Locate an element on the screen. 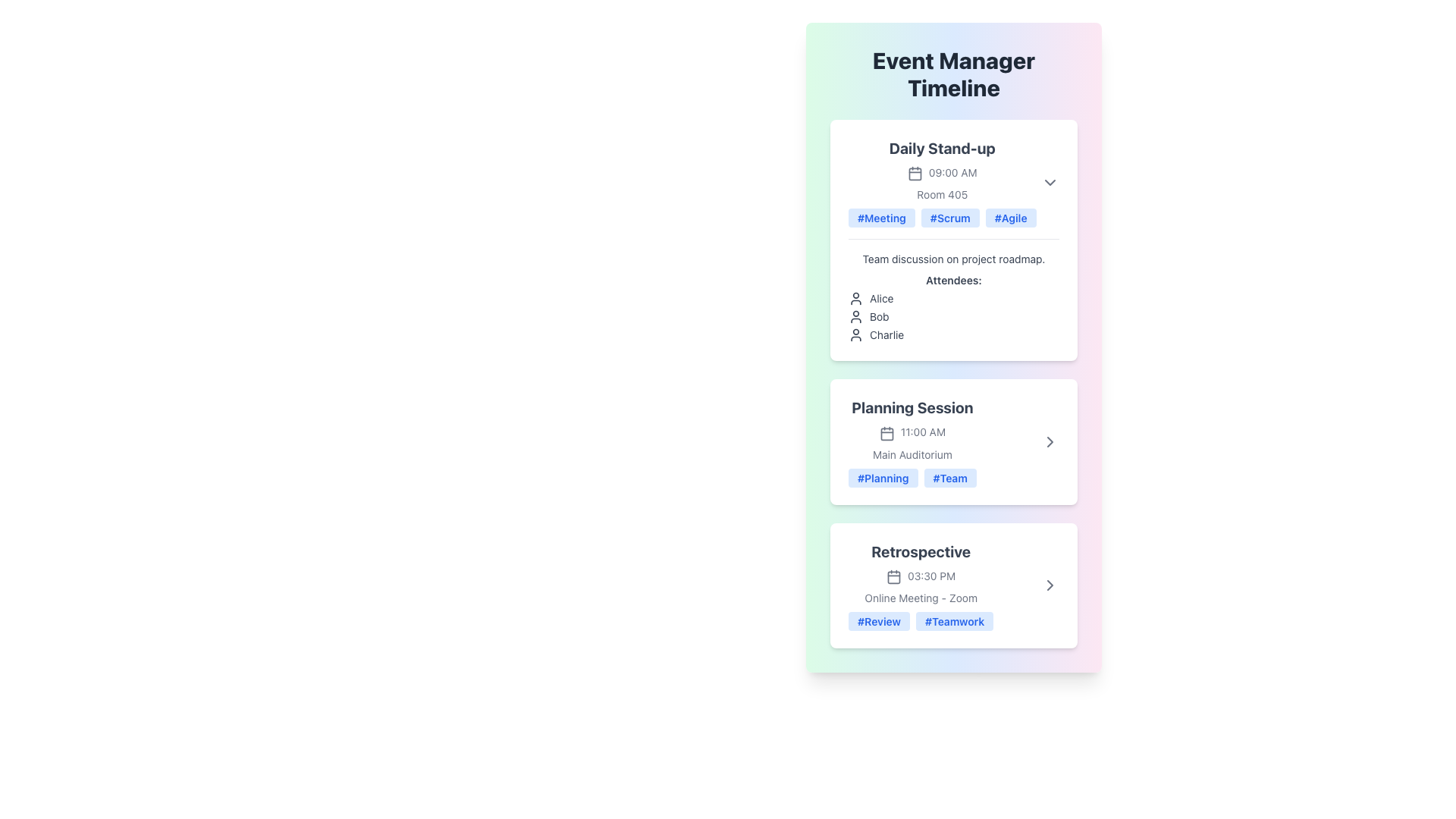 The image size is (1456, 819). the user attendee icon located in the 'Daily Stand-up' card under 'Attendees' before the text 'Charlie' is located at coordinates (855, 334).